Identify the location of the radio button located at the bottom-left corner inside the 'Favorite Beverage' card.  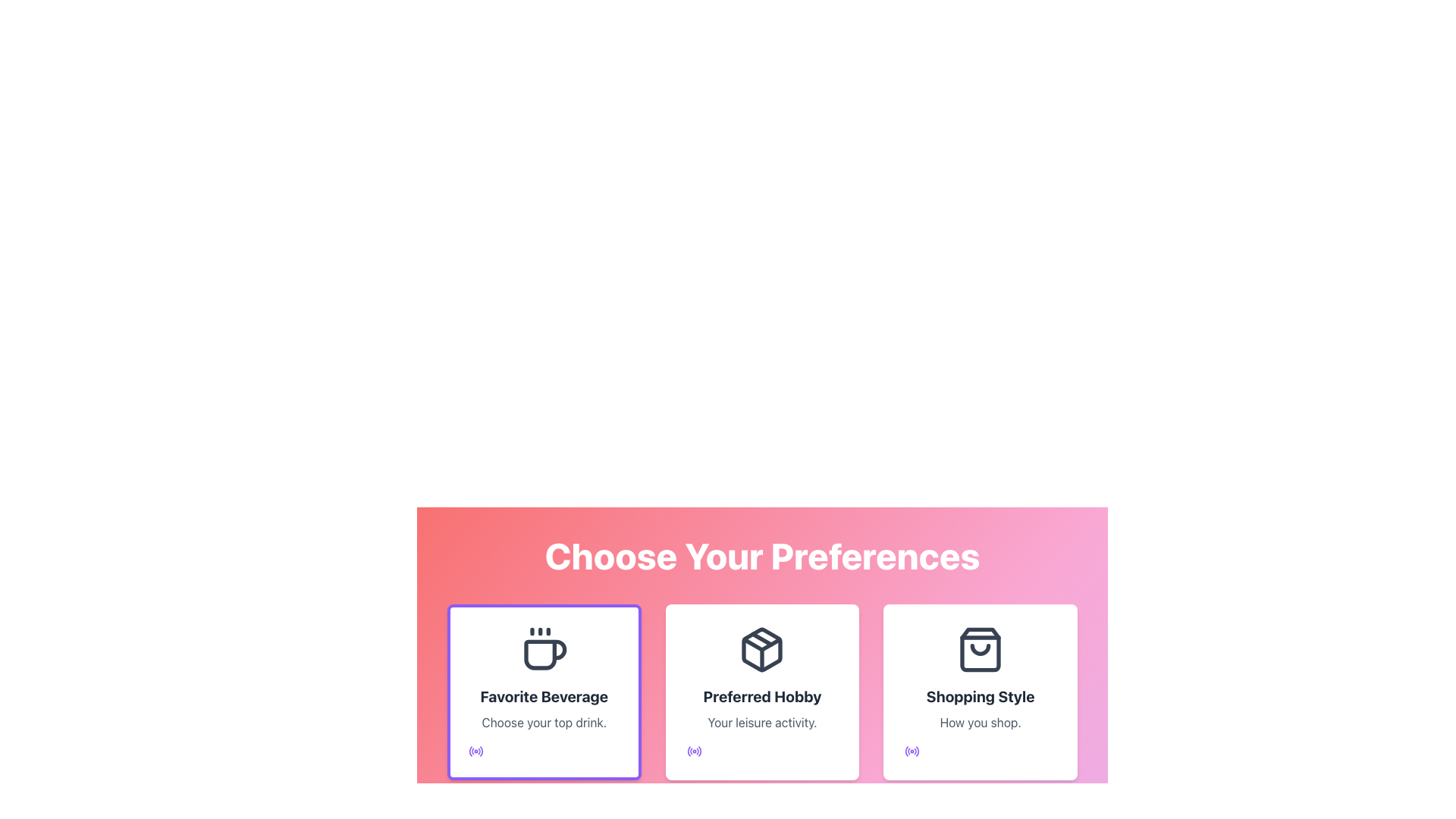
(475, 752).